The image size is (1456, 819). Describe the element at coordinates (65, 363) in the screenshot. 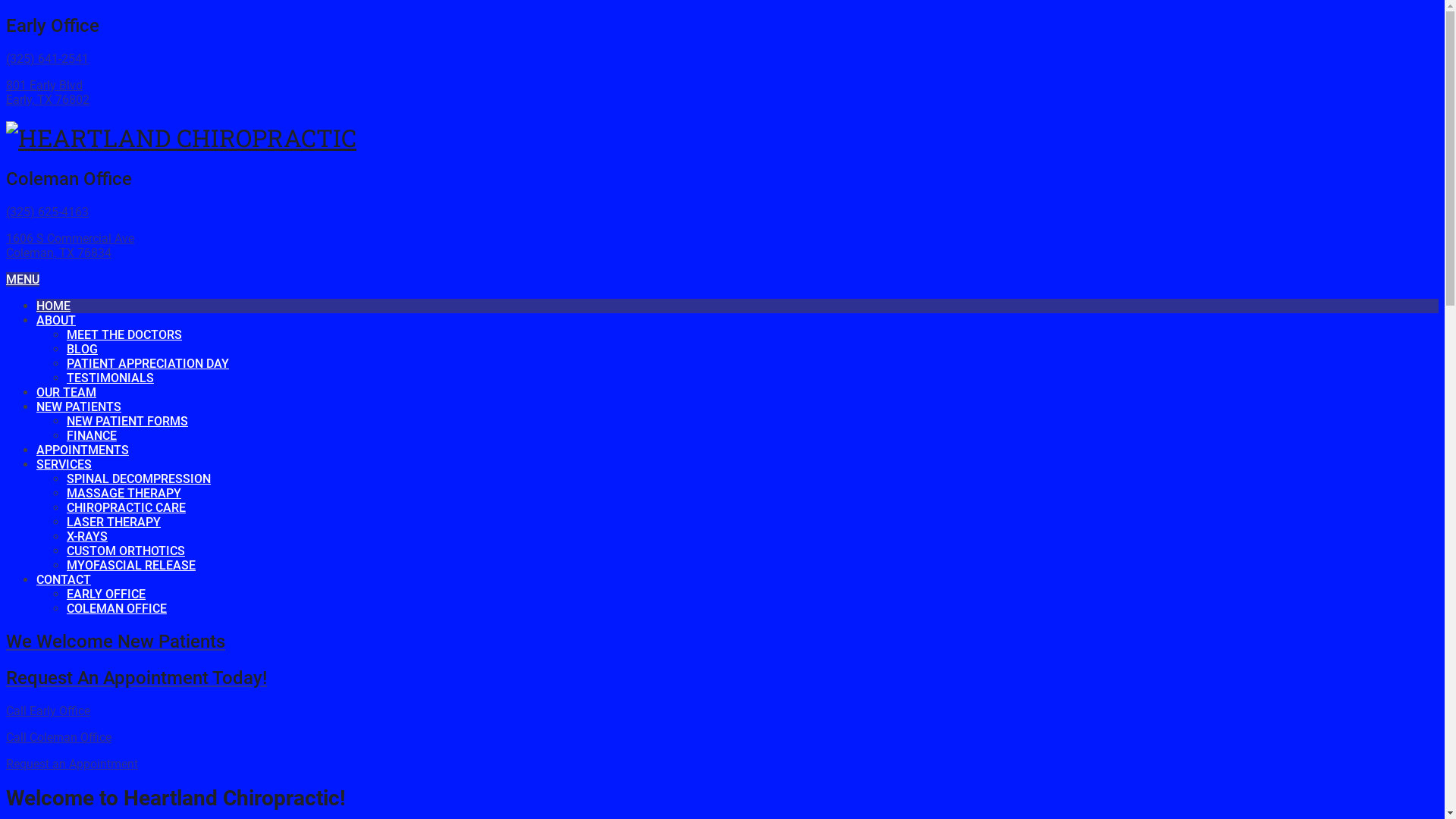

I see `'PATIENT APPRECIATION DAY'` at that location.